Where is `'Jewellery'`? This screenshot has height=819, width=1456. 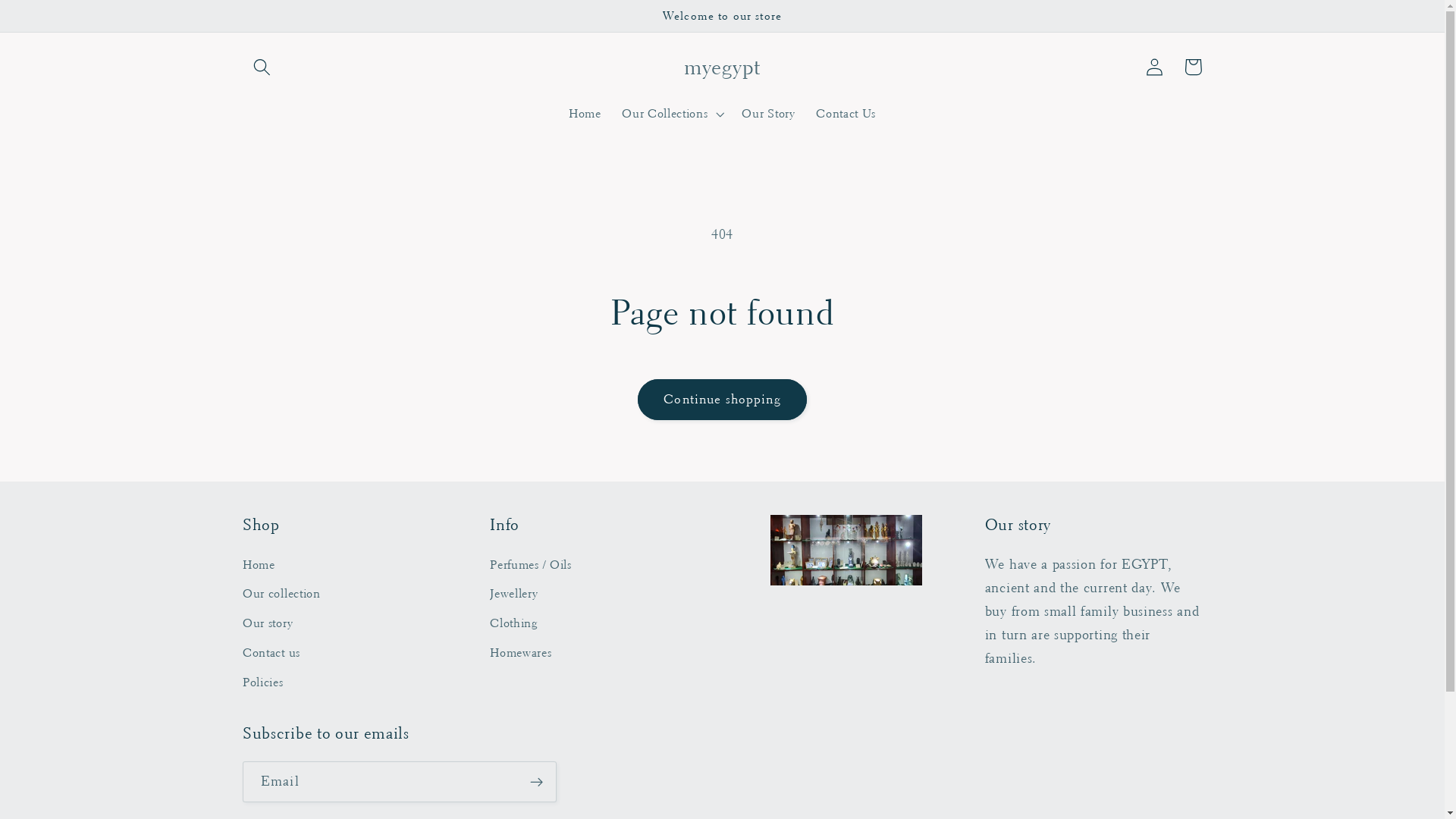
'Jewellery' is located at coordinates (513, 594).